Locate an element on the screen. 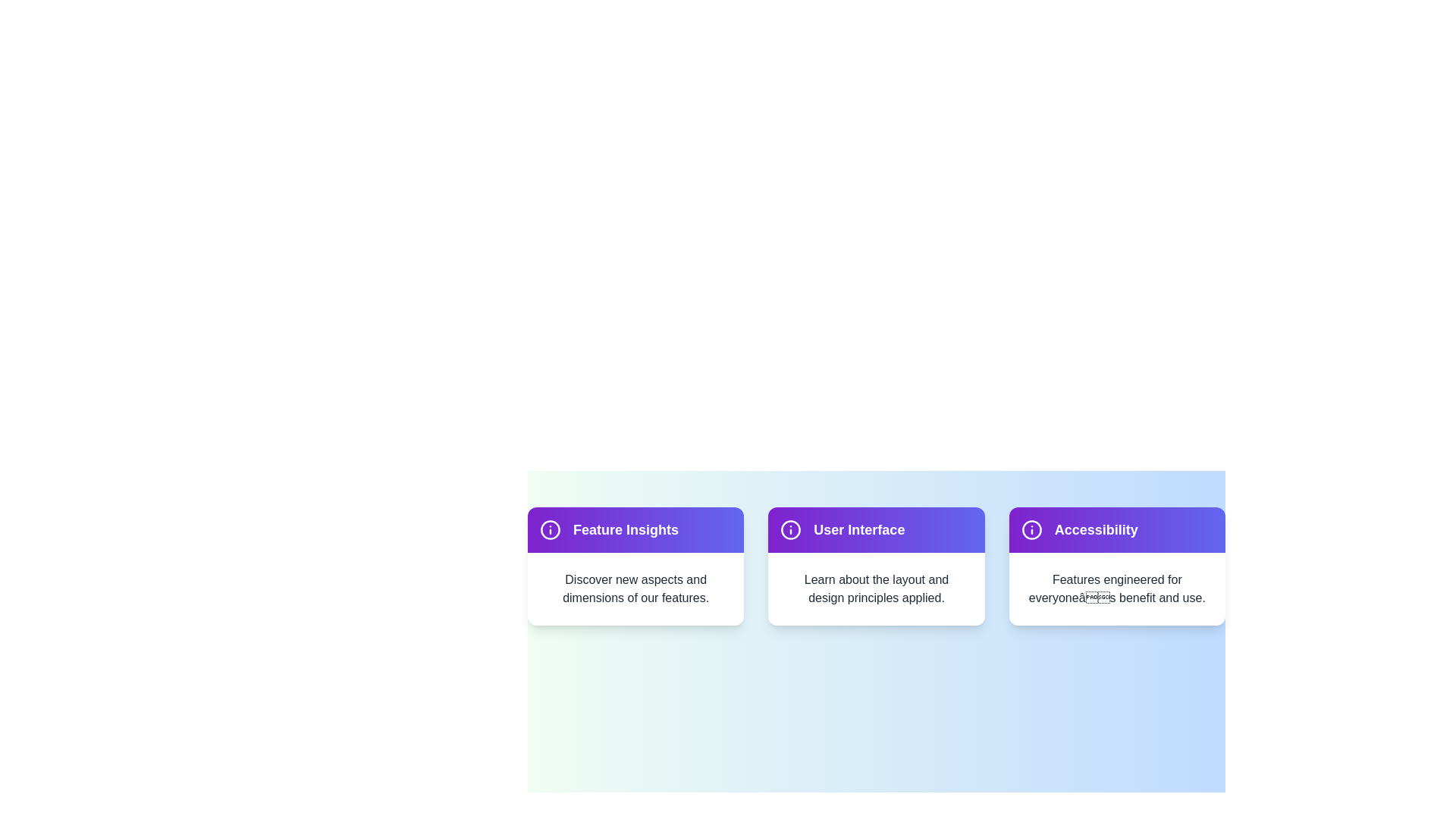 The height and width of the screenshot is (819, 1456). the first card in the row of three cards, which provides an overview of feature insights and highlights the feature's importance is located at coordinates (635, 566).